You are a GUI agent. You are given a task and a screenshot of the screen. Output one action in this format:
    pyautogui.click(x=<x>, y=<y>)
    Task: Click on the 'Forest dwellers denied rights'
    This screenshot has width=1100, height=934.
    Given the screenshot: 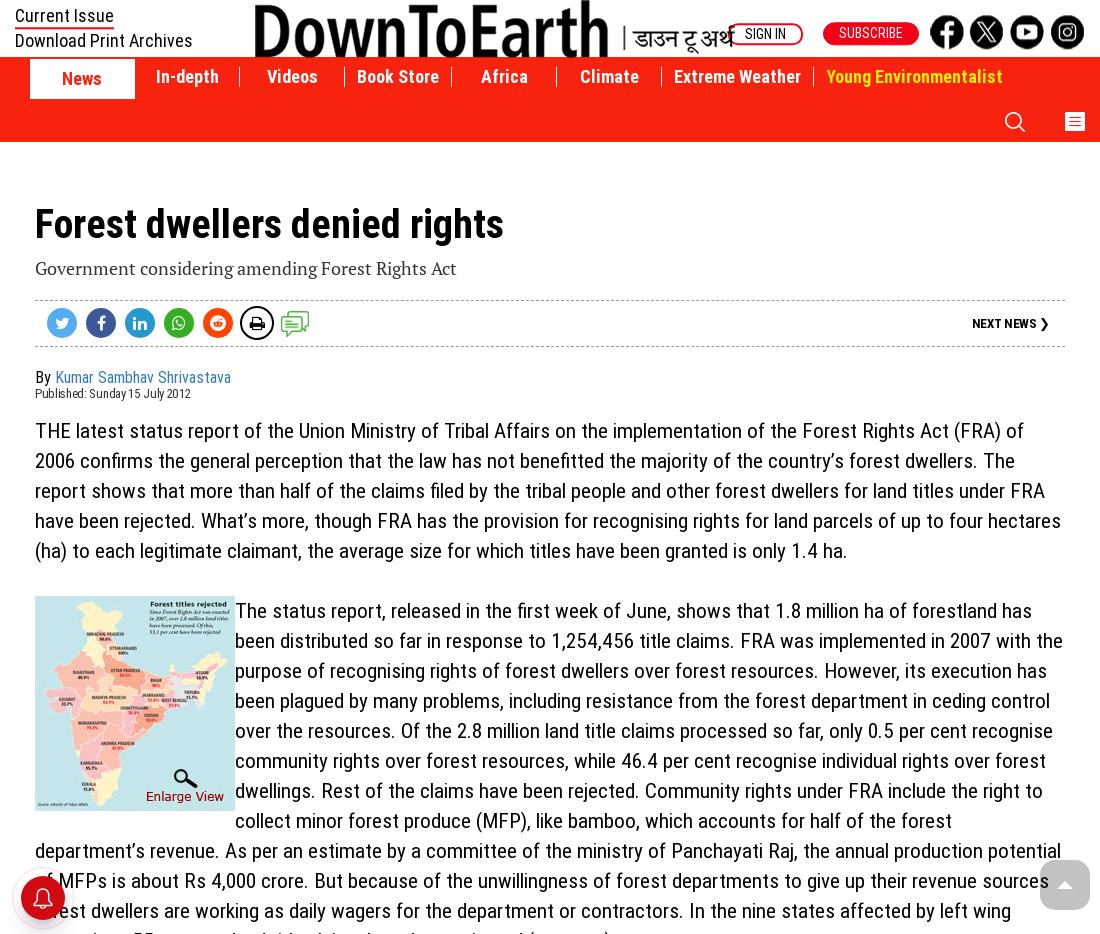 What is the action you would take?
    pyautogui.click(x=269, y=222)
    